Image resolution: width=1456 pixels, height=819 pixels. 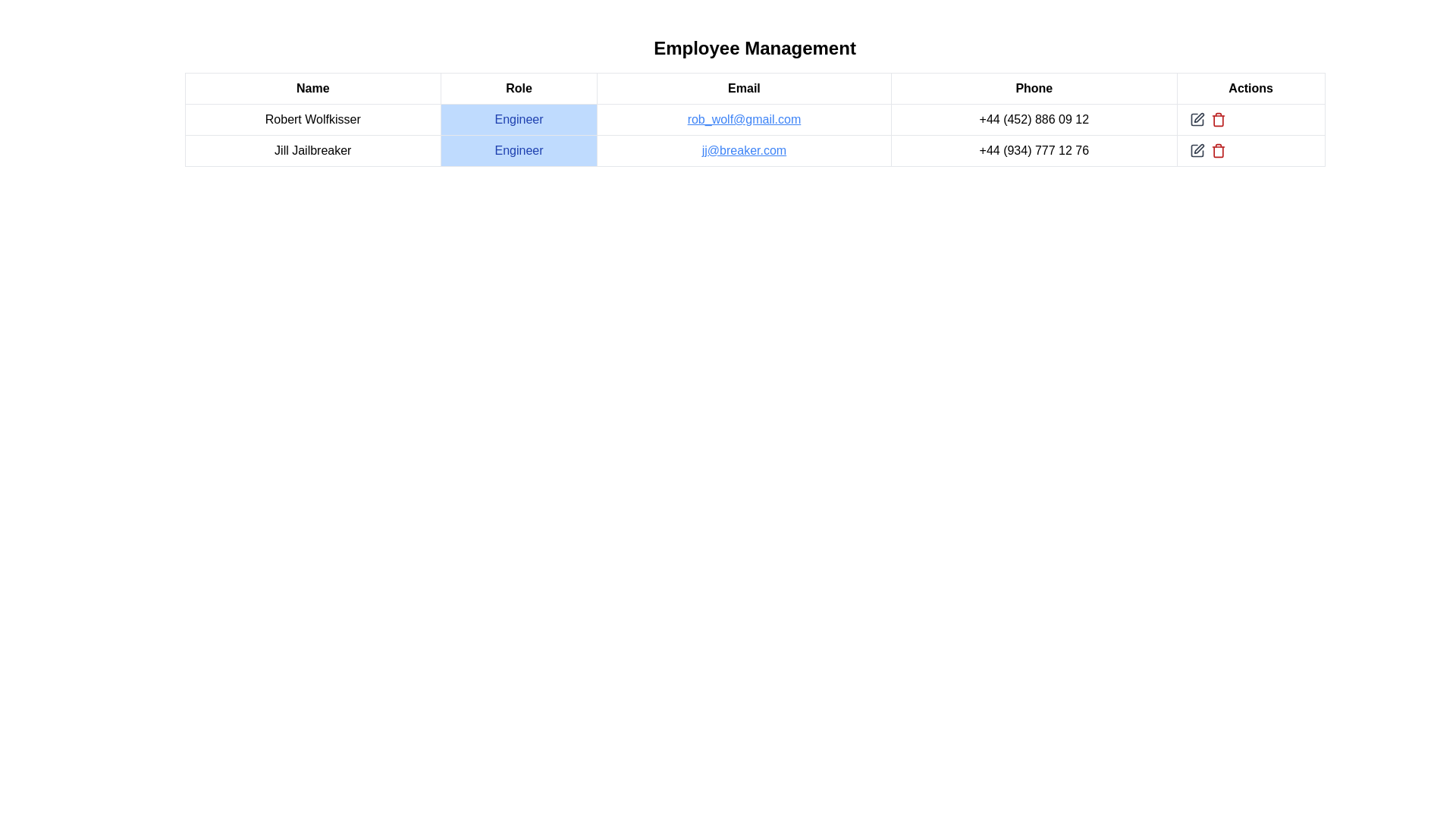 What do you see at coordinates (1196, 151) in the screenshot?
I see `the edit icon in the 'Actions' column for 'Jill Jailbreaker' to initiate editing` at bounding box center [1196, 151].